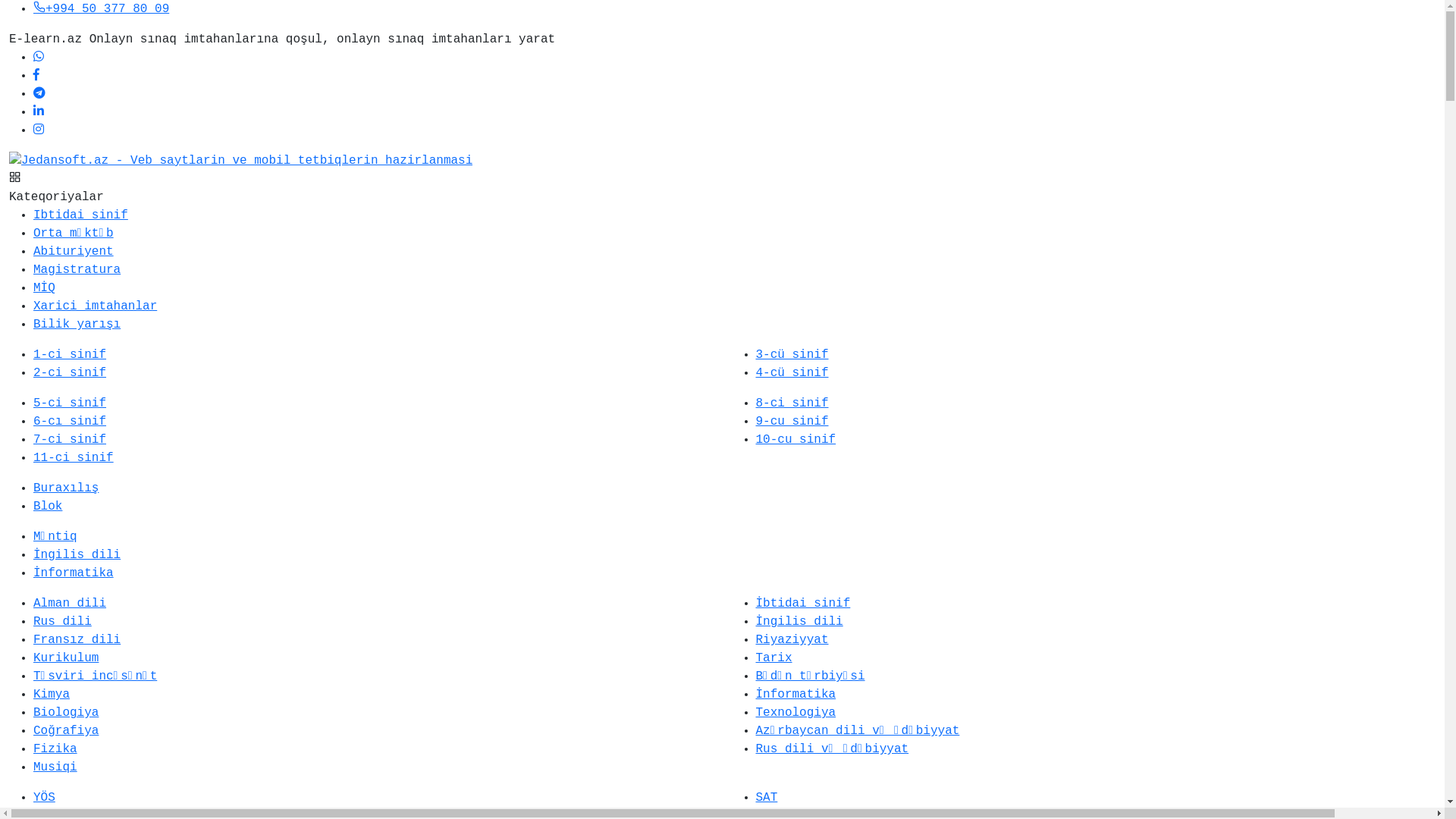 The width and height of the screenshot is (1456, 819). What do you see at coordinates (64, 657) in the screenshot?
I see `'Kurikulum'` at bounding box center [64, 657].